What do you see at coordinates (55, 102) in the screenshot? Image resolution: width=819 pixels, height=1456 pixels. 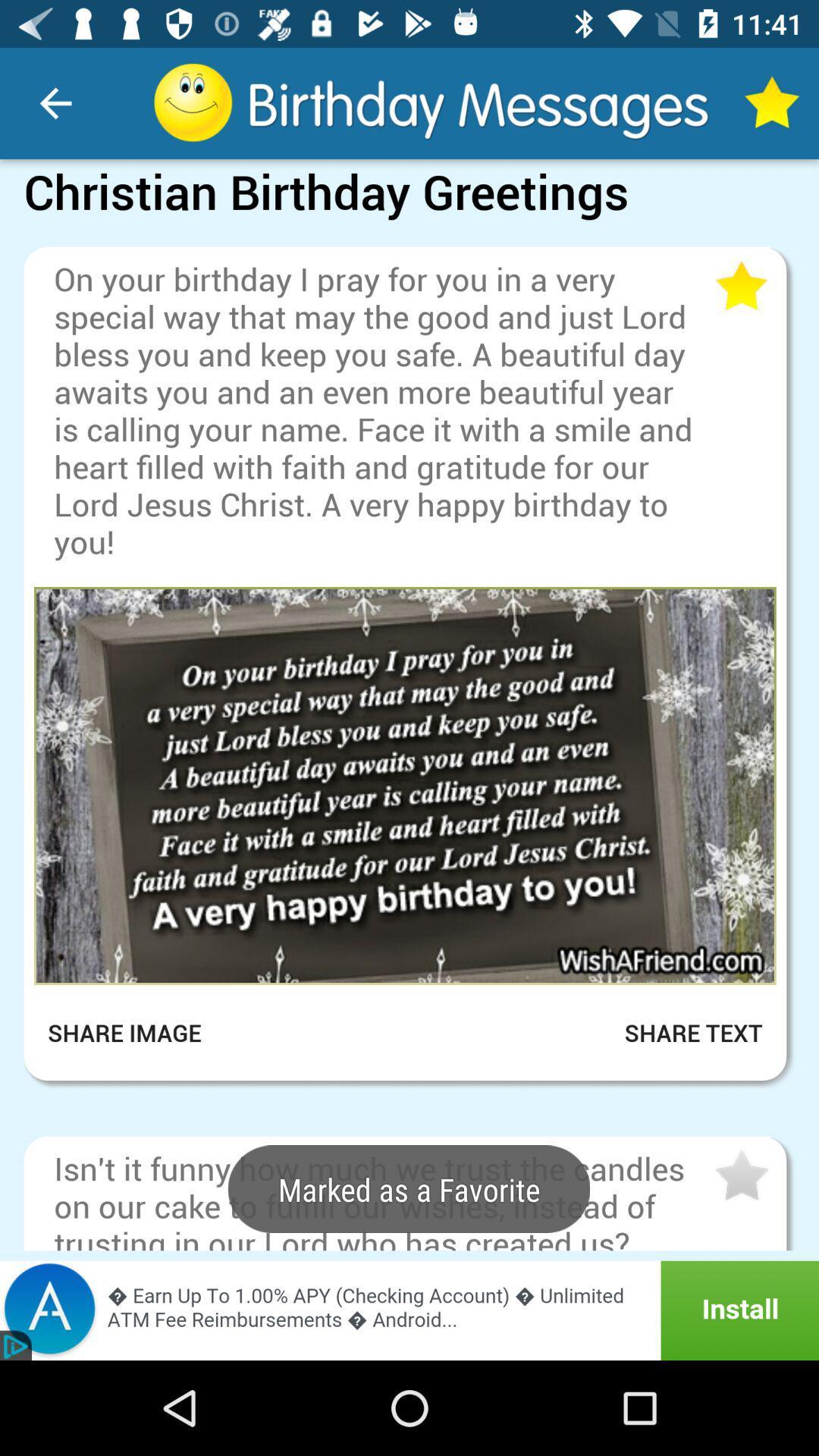 I see `the icon above christian birthday greetings` at bounding box center [55, 102].